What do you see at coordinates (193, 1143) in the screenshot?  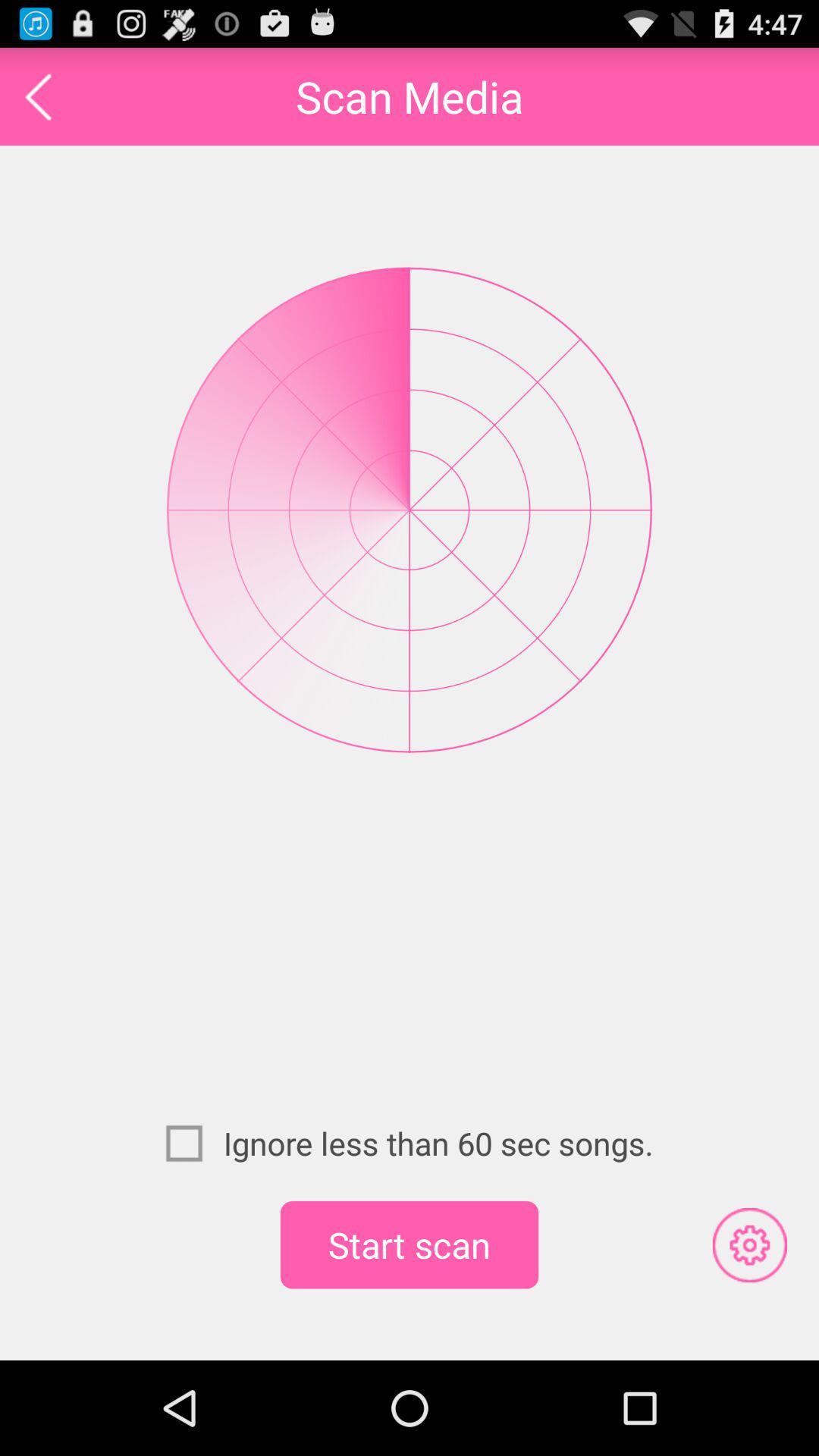 I see `the item at the bottom left corner` at bounding box center [193, 1143].